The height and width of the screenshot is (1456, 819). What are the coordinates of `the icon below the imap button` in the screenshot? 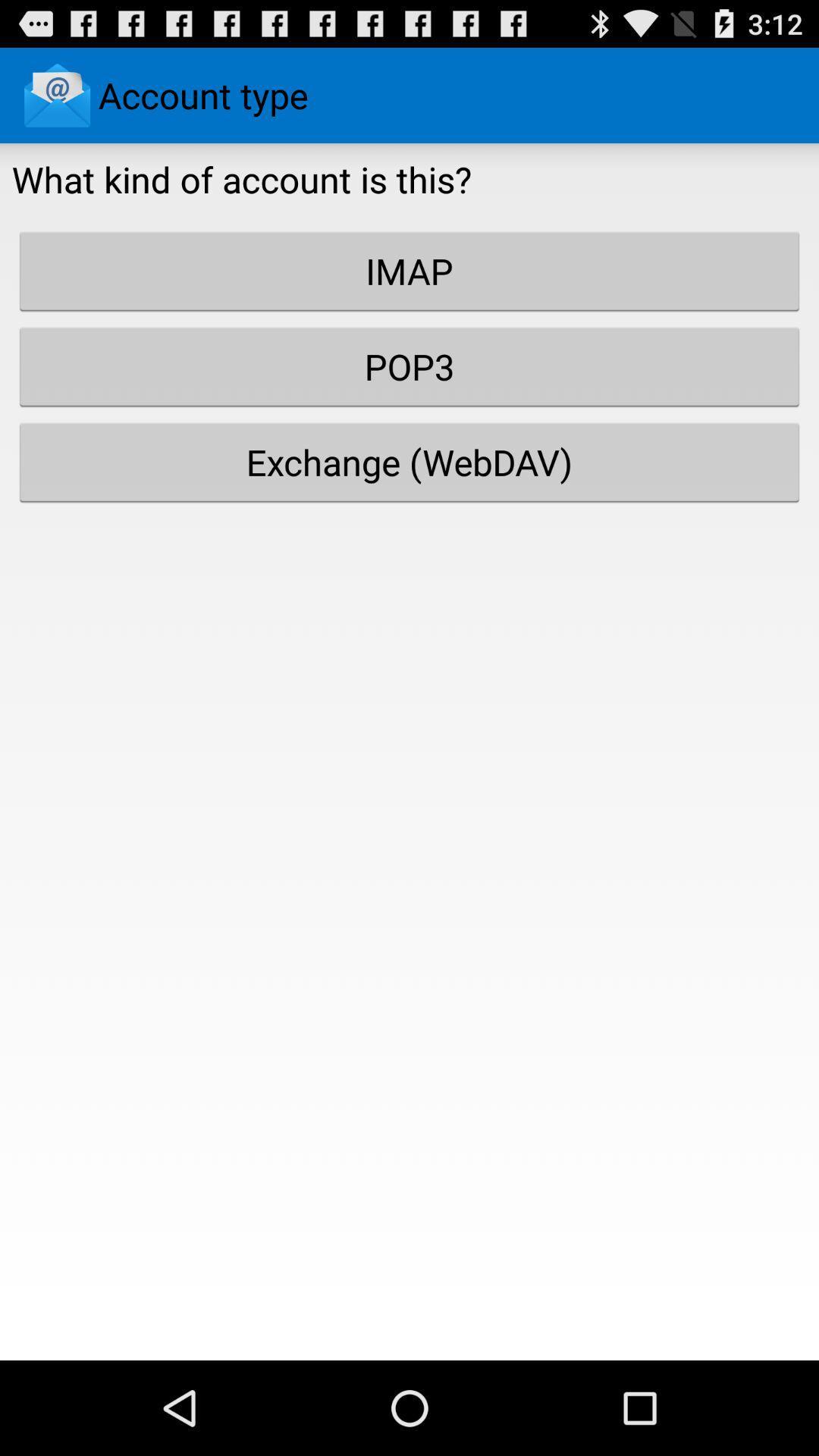 It's located at (409, 366).